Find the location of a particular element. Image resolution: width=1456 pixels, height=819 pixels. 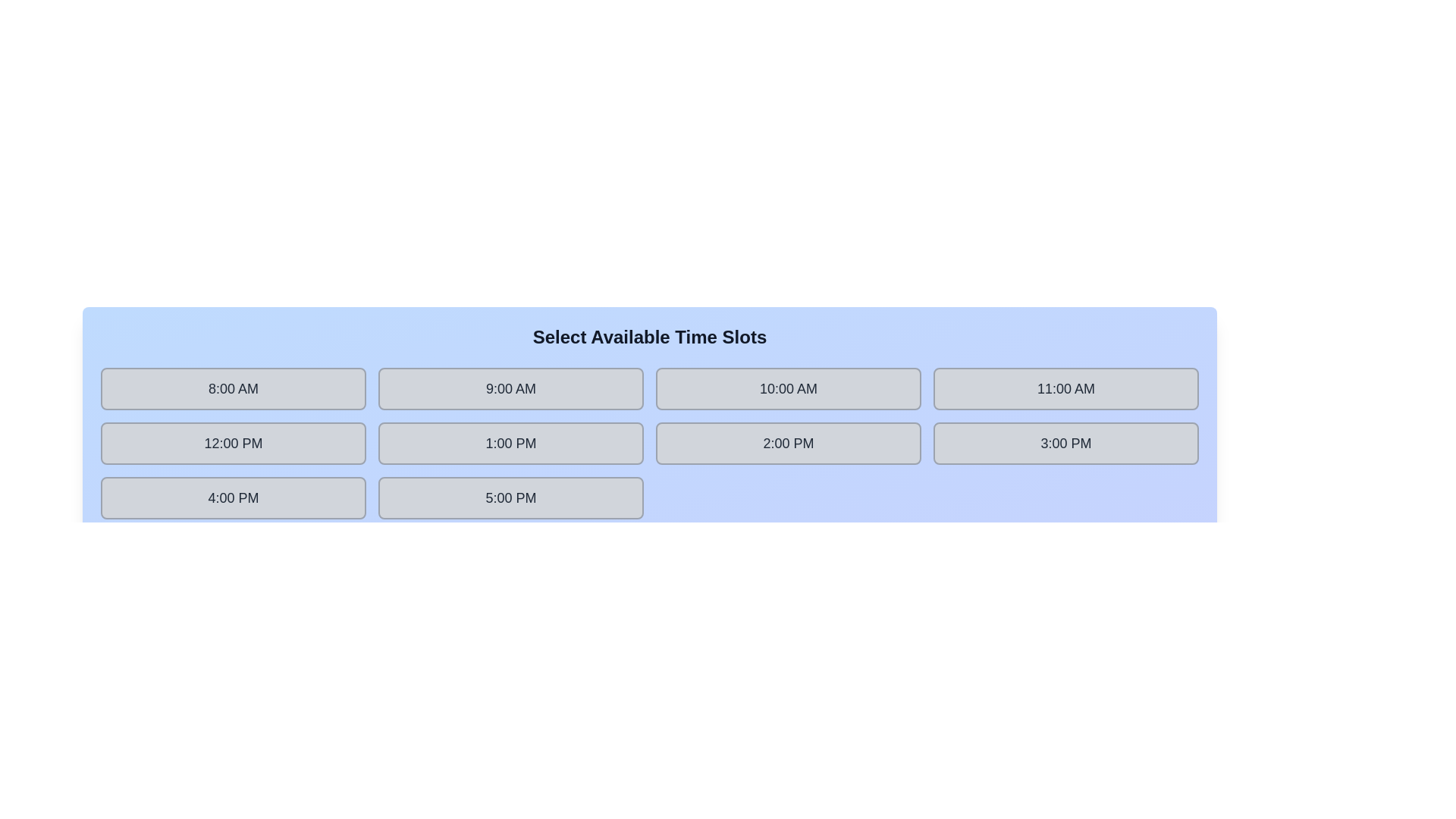

the time slot labeled 8:00 AM is located at coordinates (232, 388).